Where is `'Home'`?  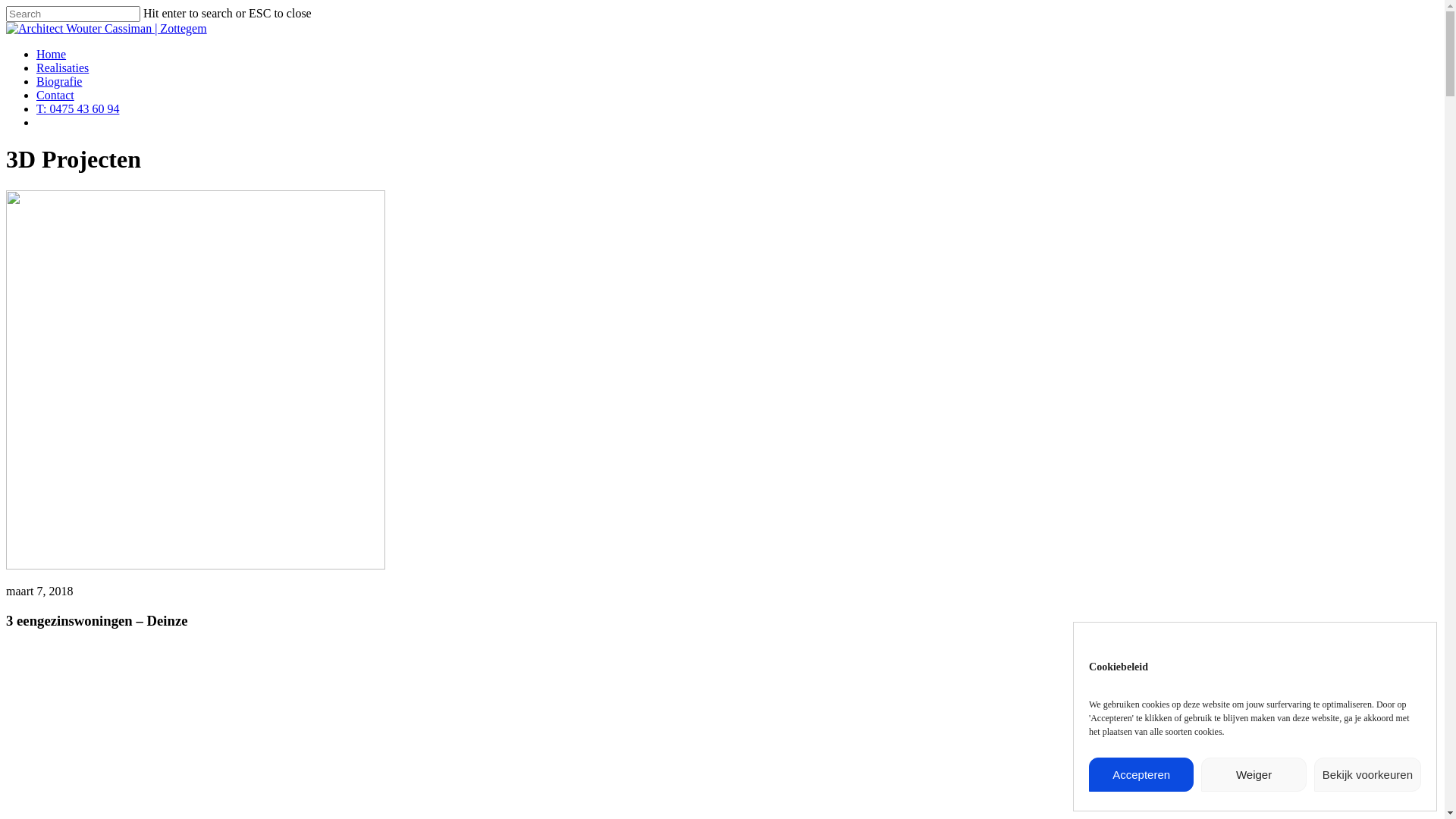
'Home' is located at coordinates (51, 53).